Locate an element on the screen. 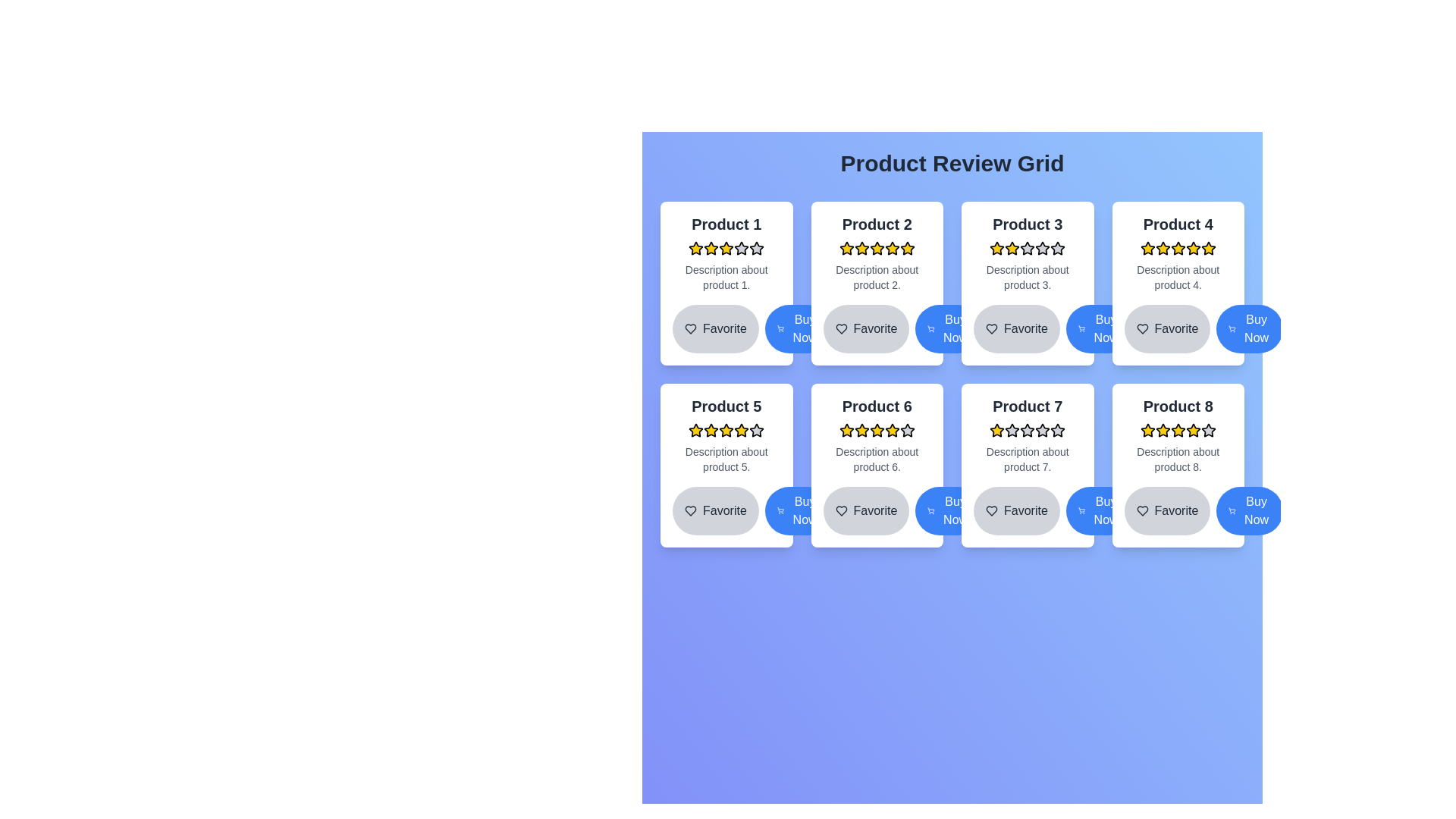 This screenshot has height=819, width=1456. the heart icon within the button component on the second product card in the first row of the grid layout to mark the product as a favorite is located at coordinates (840, 328).